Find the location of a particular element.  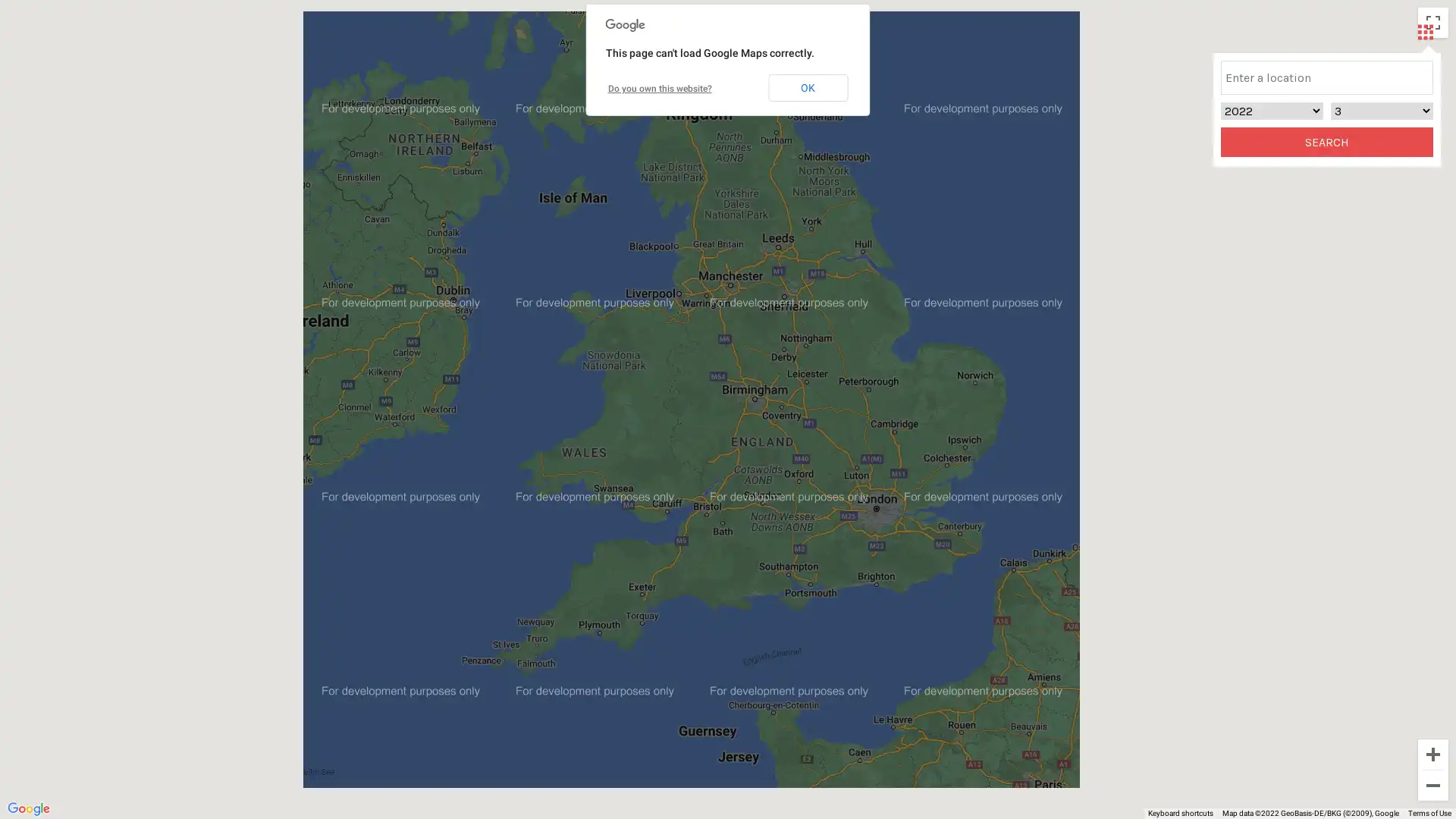

Zoom out is located at coordinates (1432, 785).